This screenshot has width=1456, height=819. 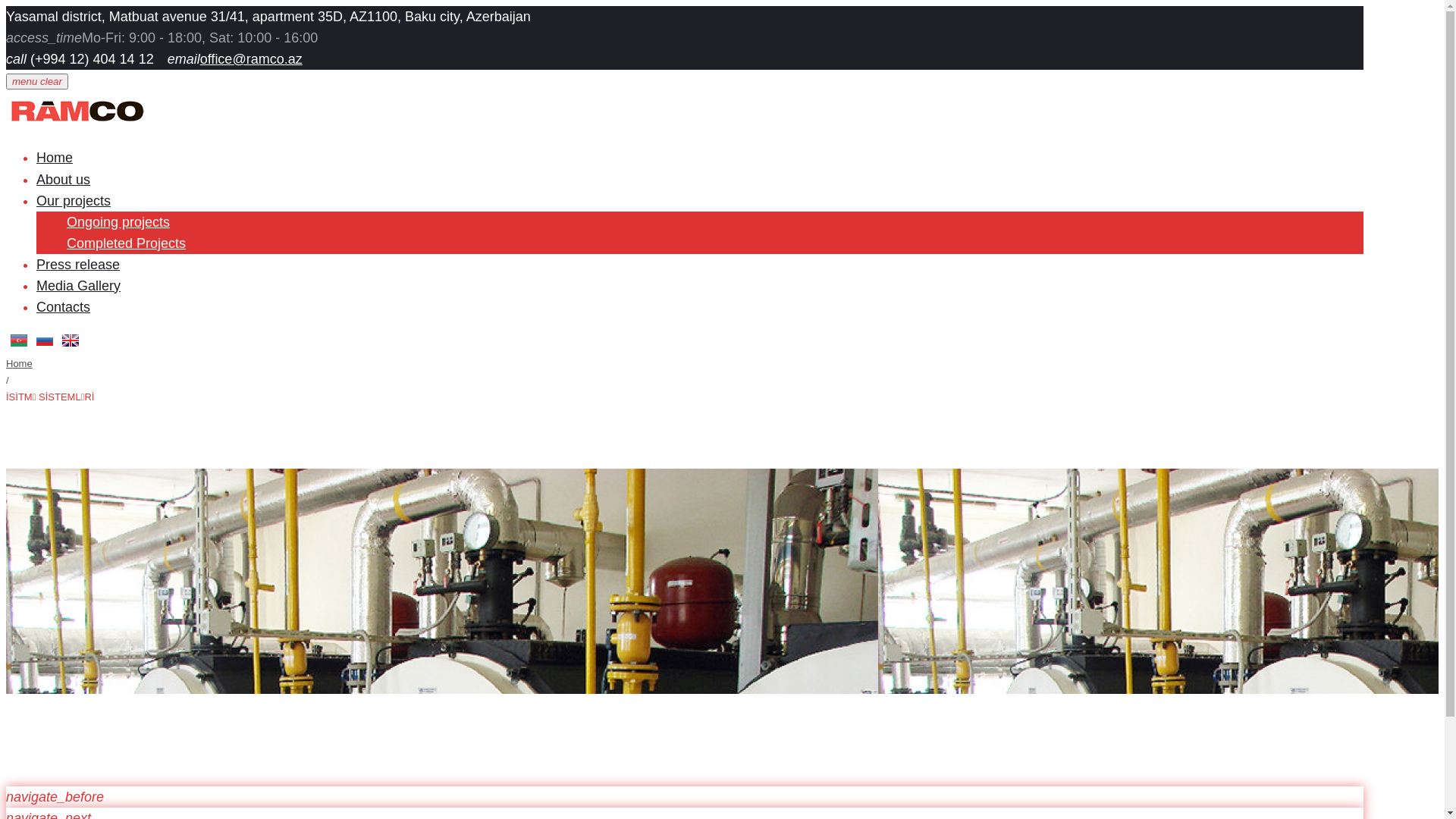 What do you see at coordinates (62, 178) in the screenshot?
I see `'About us'` at bounding box center [62, 178].